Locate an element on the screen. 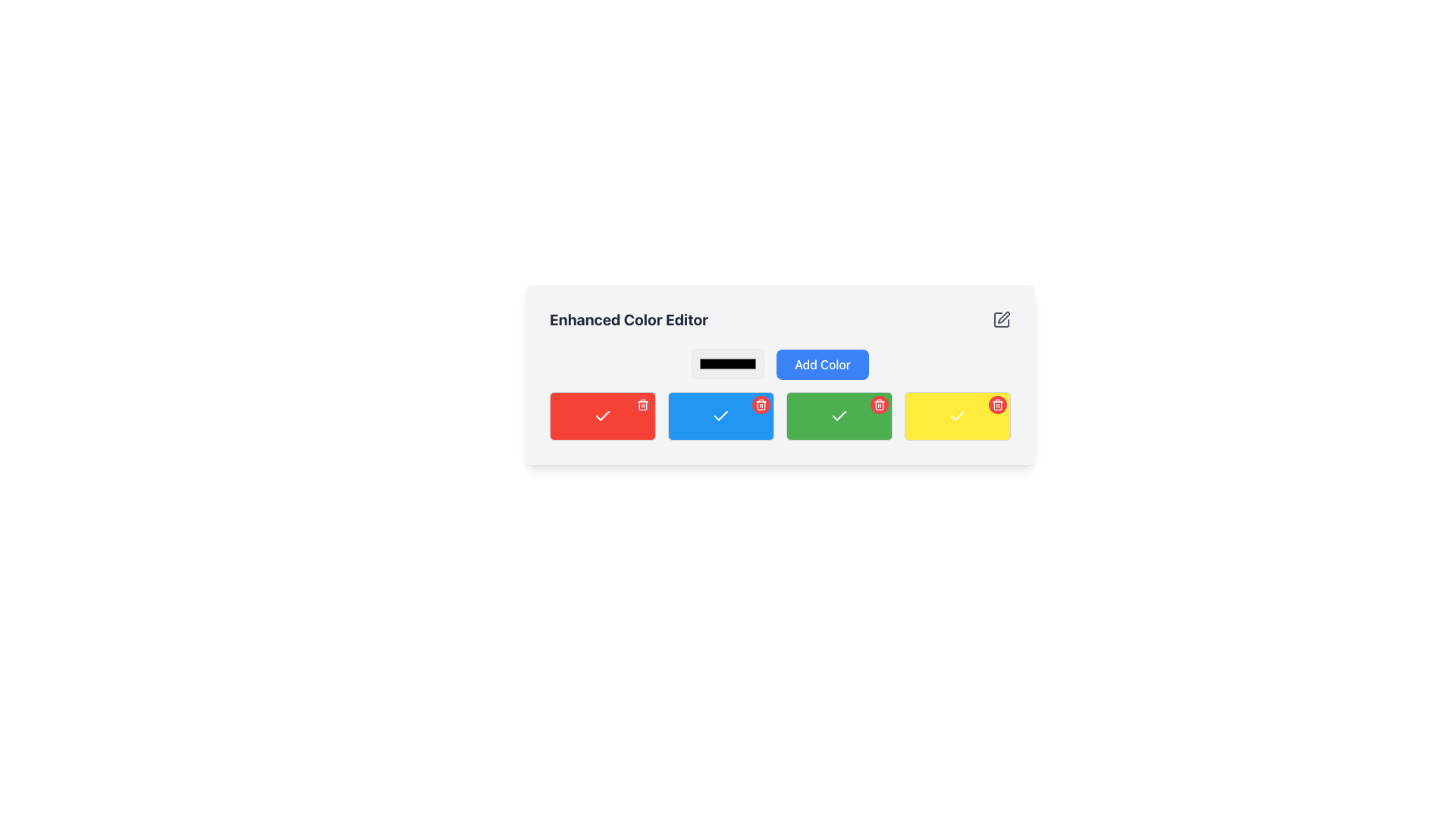  the trash icon located in the top-right corner of the yellow button is located at coordinates (997, 403).